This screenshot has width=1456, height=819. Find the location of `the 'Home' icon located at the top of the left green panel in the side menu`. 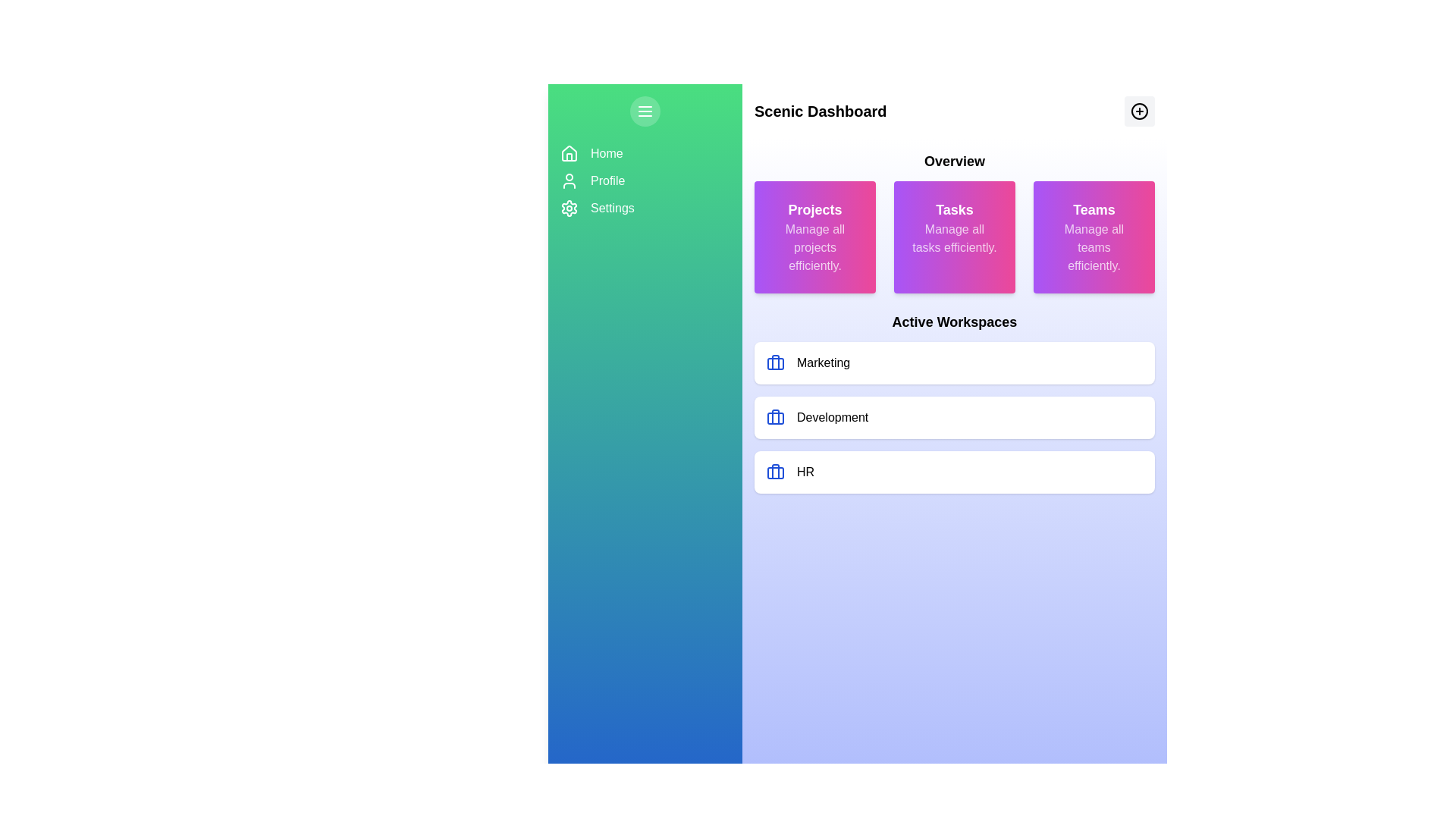

the 'Home' icon located at the top of the left green panel in the side menu is located at coordinates (568, 157).